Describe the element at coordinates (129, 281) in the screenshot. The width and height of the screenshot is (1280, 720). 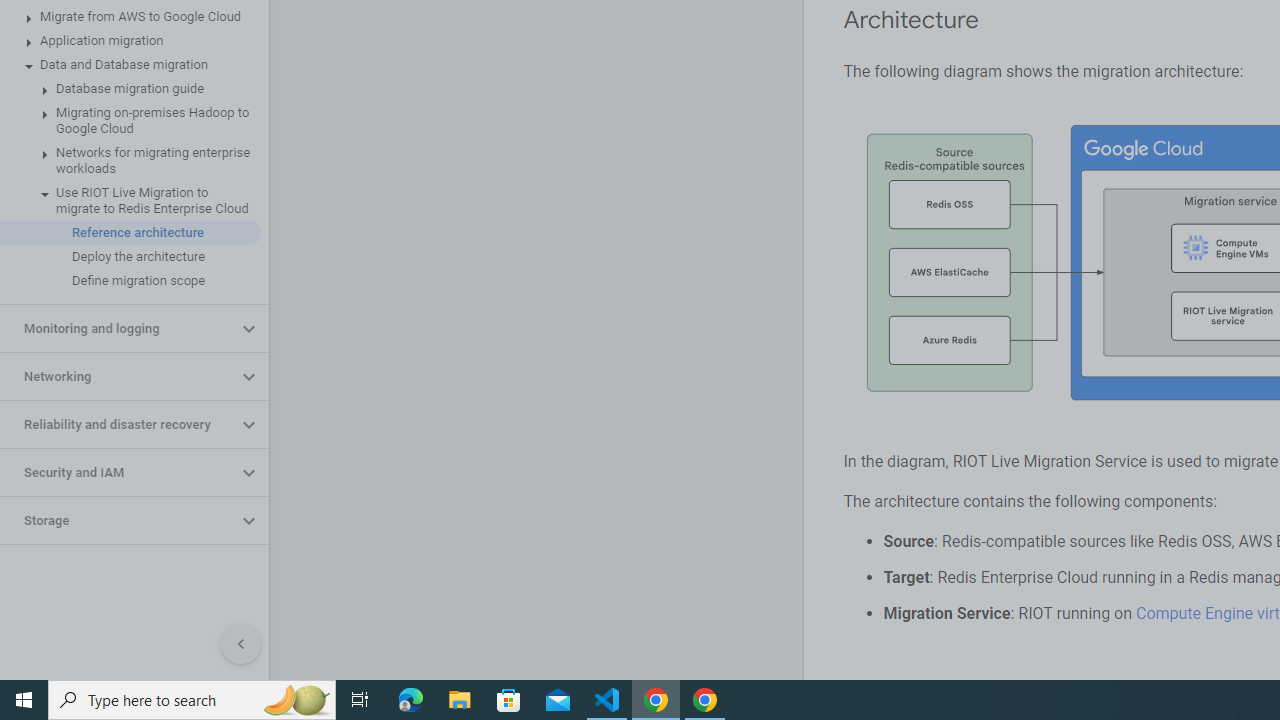
I see `'Define migration scope'` at that location.